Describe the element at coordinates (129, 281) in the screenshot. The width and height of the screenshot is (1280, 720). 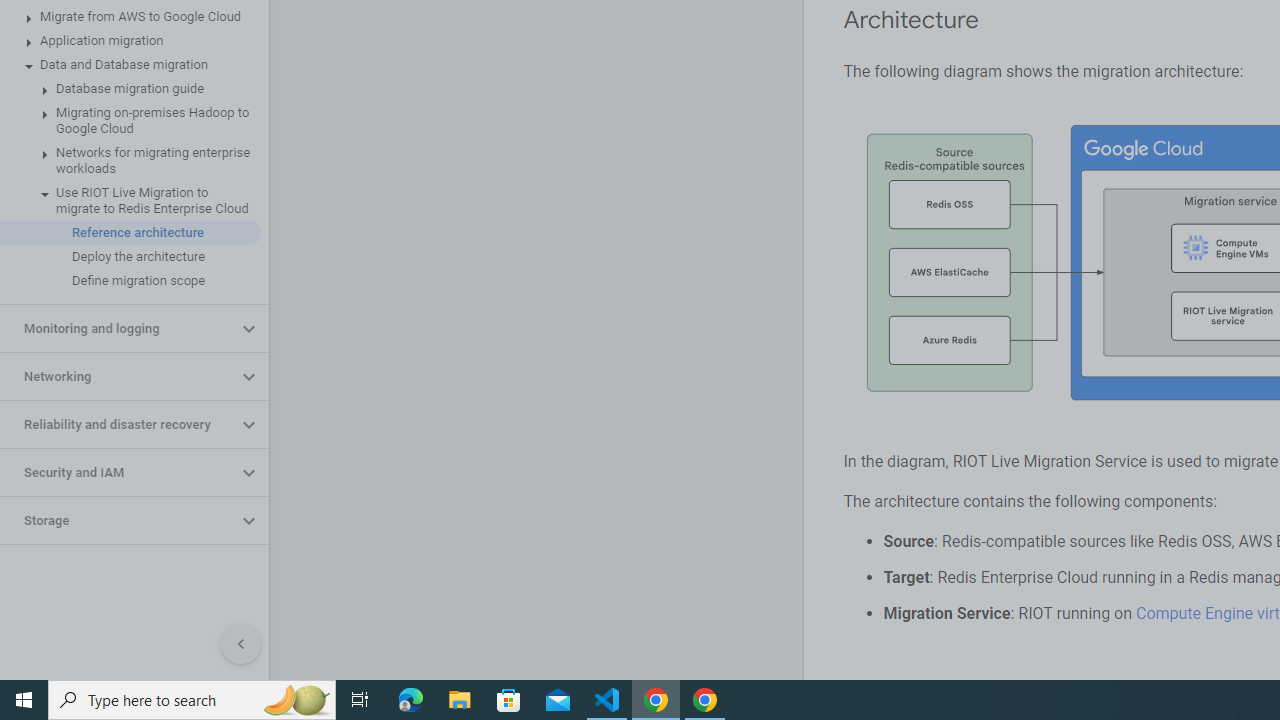
I see `'Define migration scope'` at that location.